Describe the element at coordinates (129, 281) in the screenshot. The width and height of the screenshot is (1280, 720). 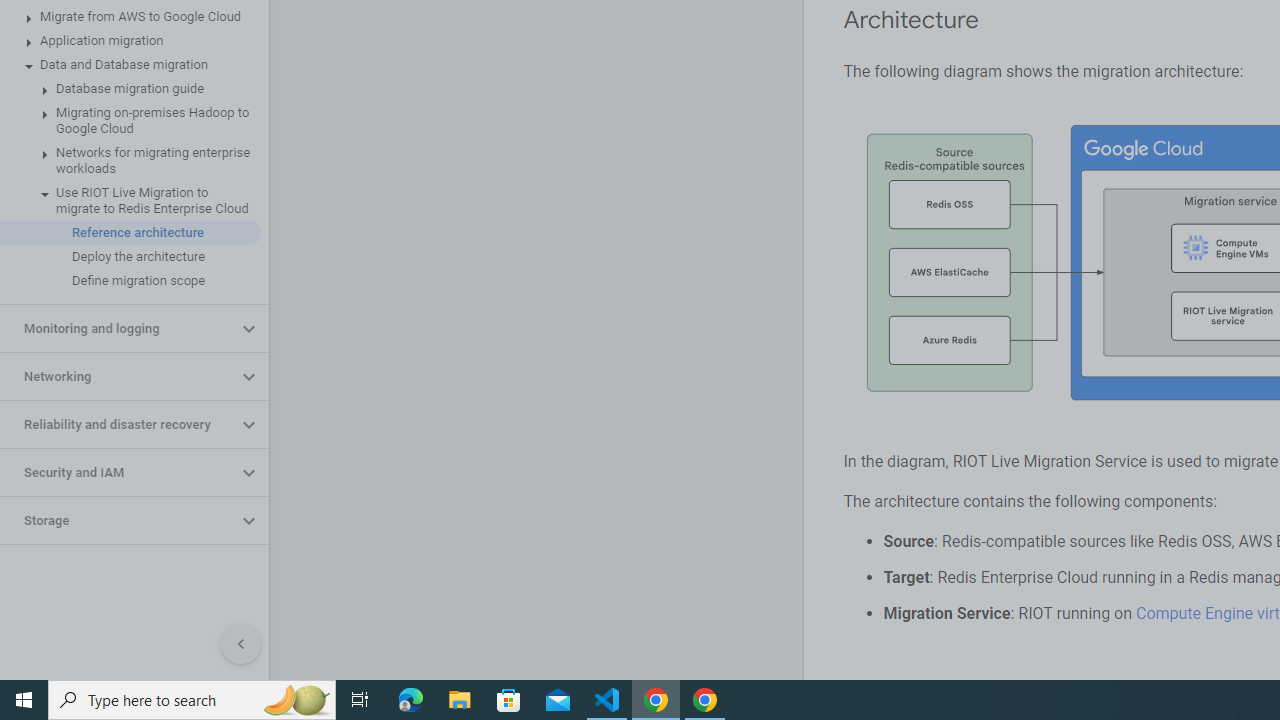
I see `'Define migration scope'` at that location.